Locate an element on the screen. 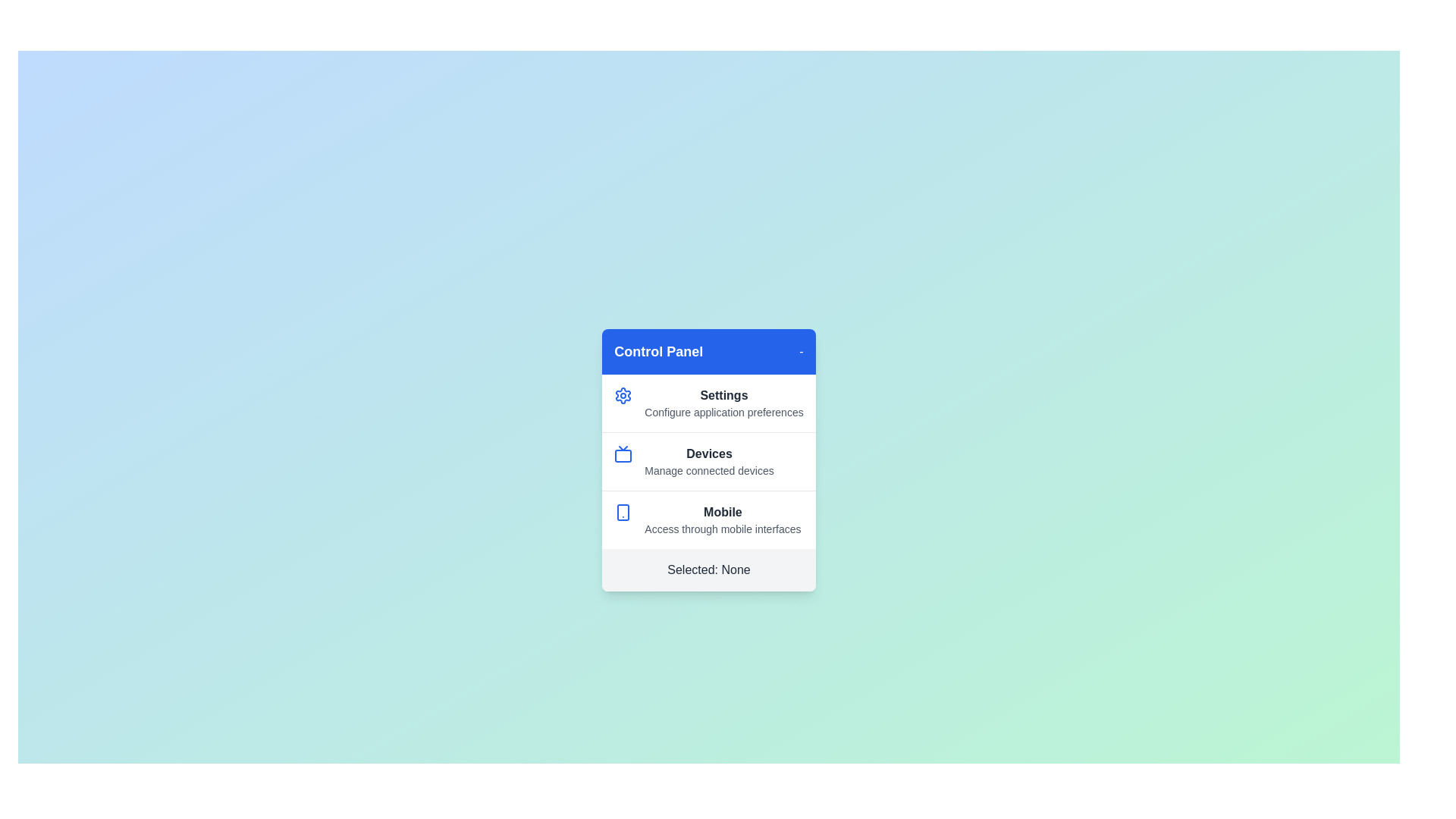 The image size is (1456, 819). '-' button in the header to toggle the menu visibility is located at coordinates (800, 351).